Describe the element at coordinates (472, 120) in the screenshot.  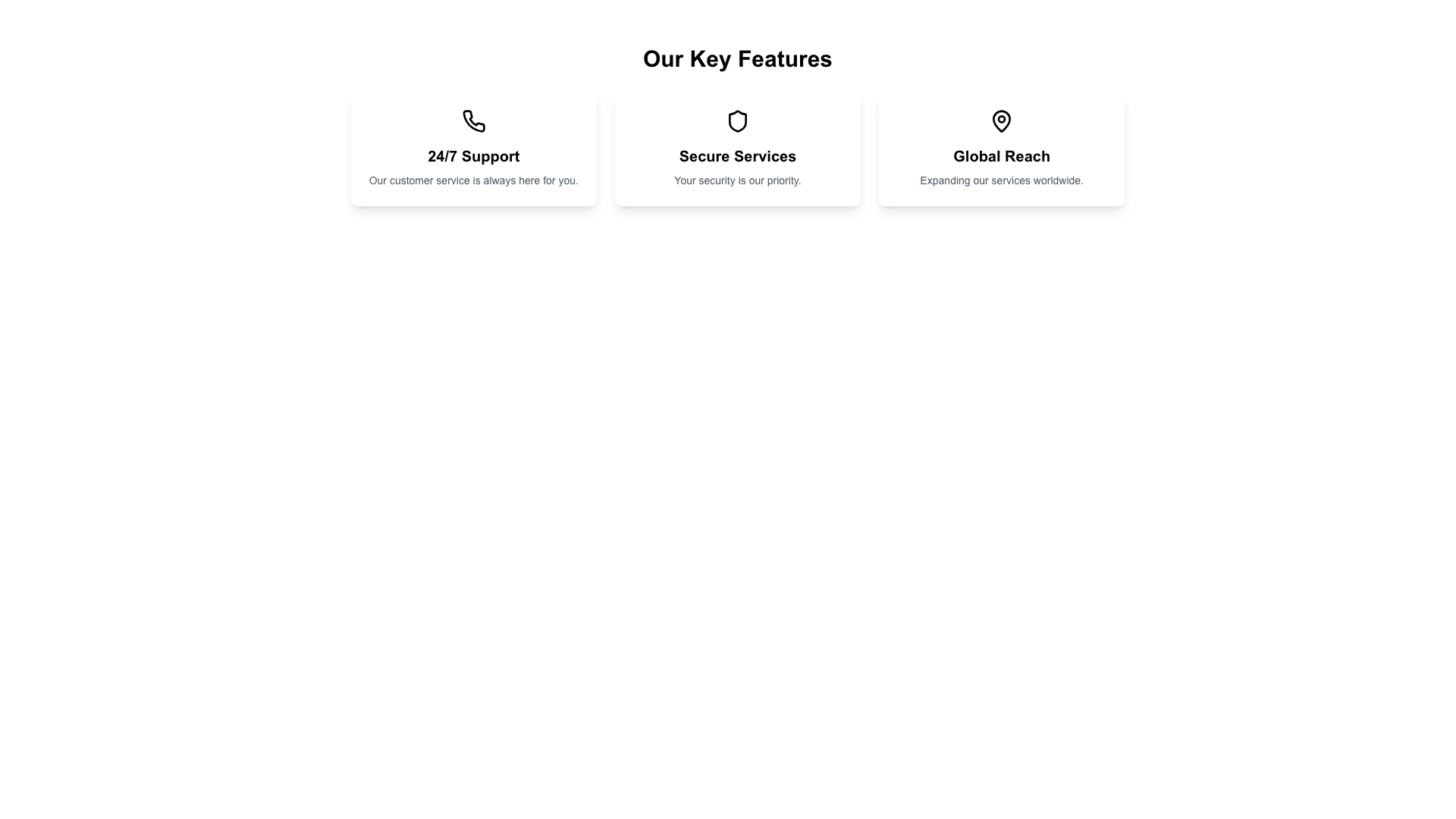
I see `the decorative icon representing the '24/7 Support' feature, located at the top-middle of the card labeled '24/7 Support'` at that location.